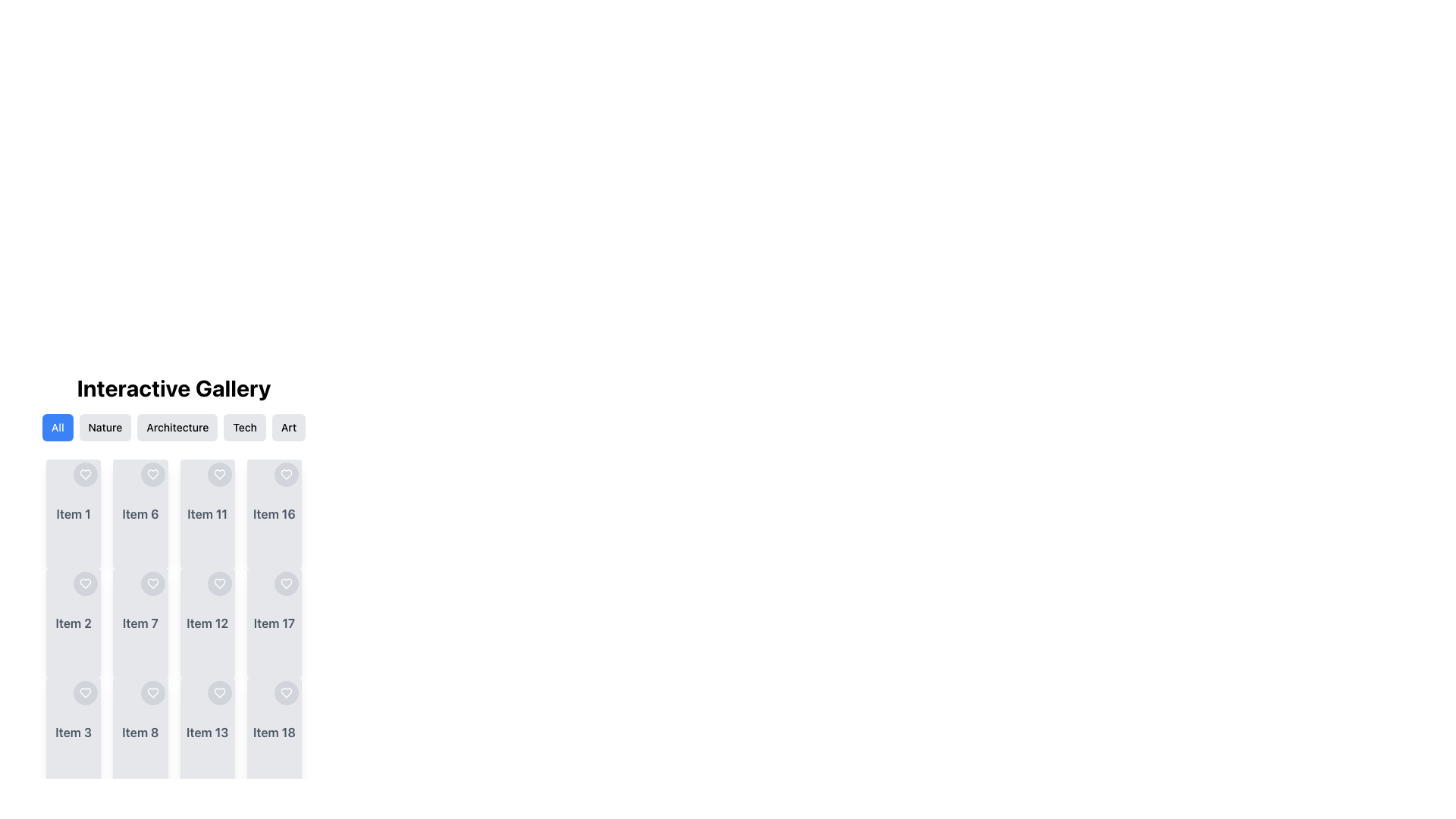 The image size is (1456, 819). What do you see at coordinates (287, 693) in the screenshot?
I see `the heart-shaped icon resembling a 'like' or 'favorite' button` at bounding box center [287, 693].